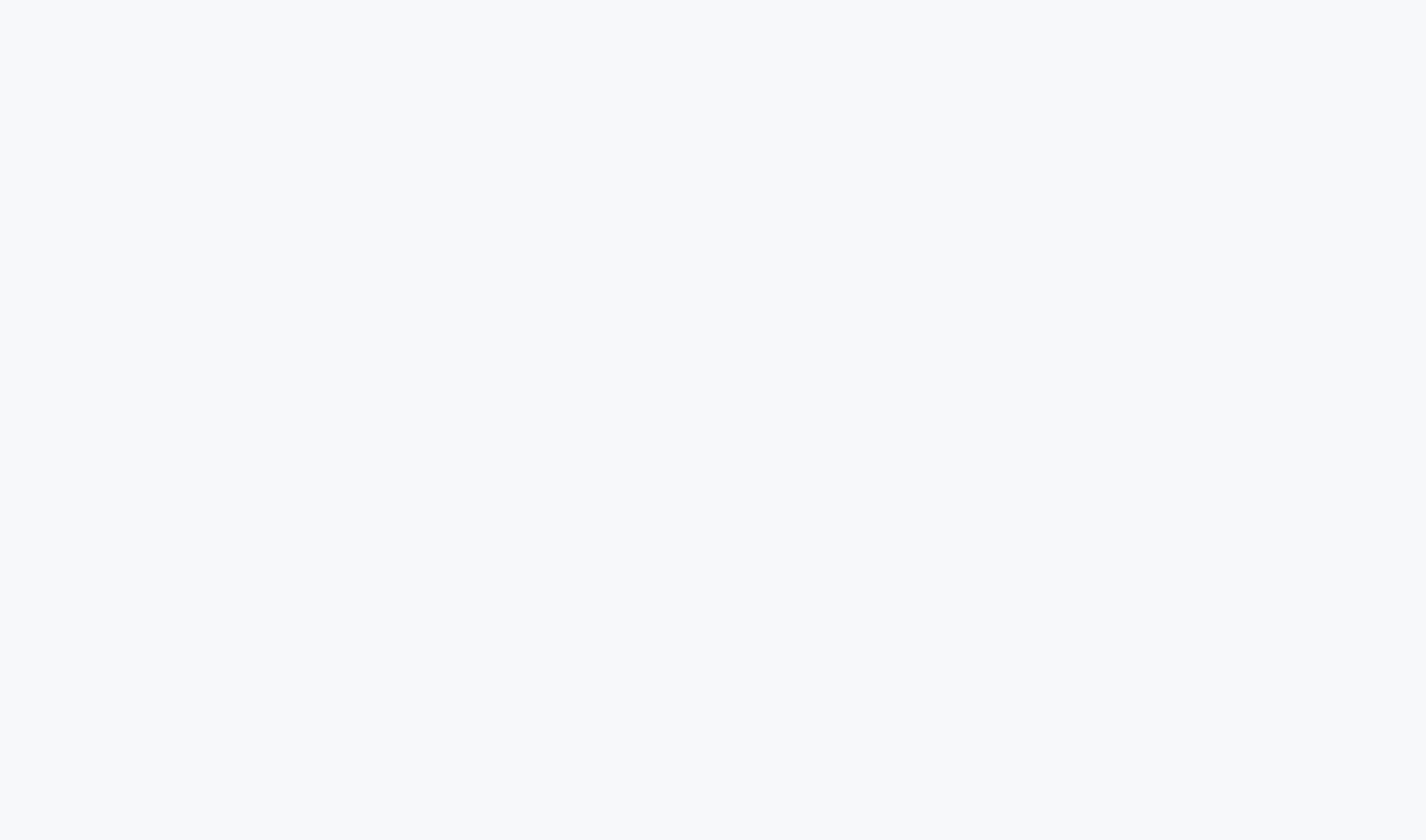 This screenshot has height=840, width=1426. Describe the element at coordinates (583, 724) in the screenshot. I see `'Site Map'` at that location.